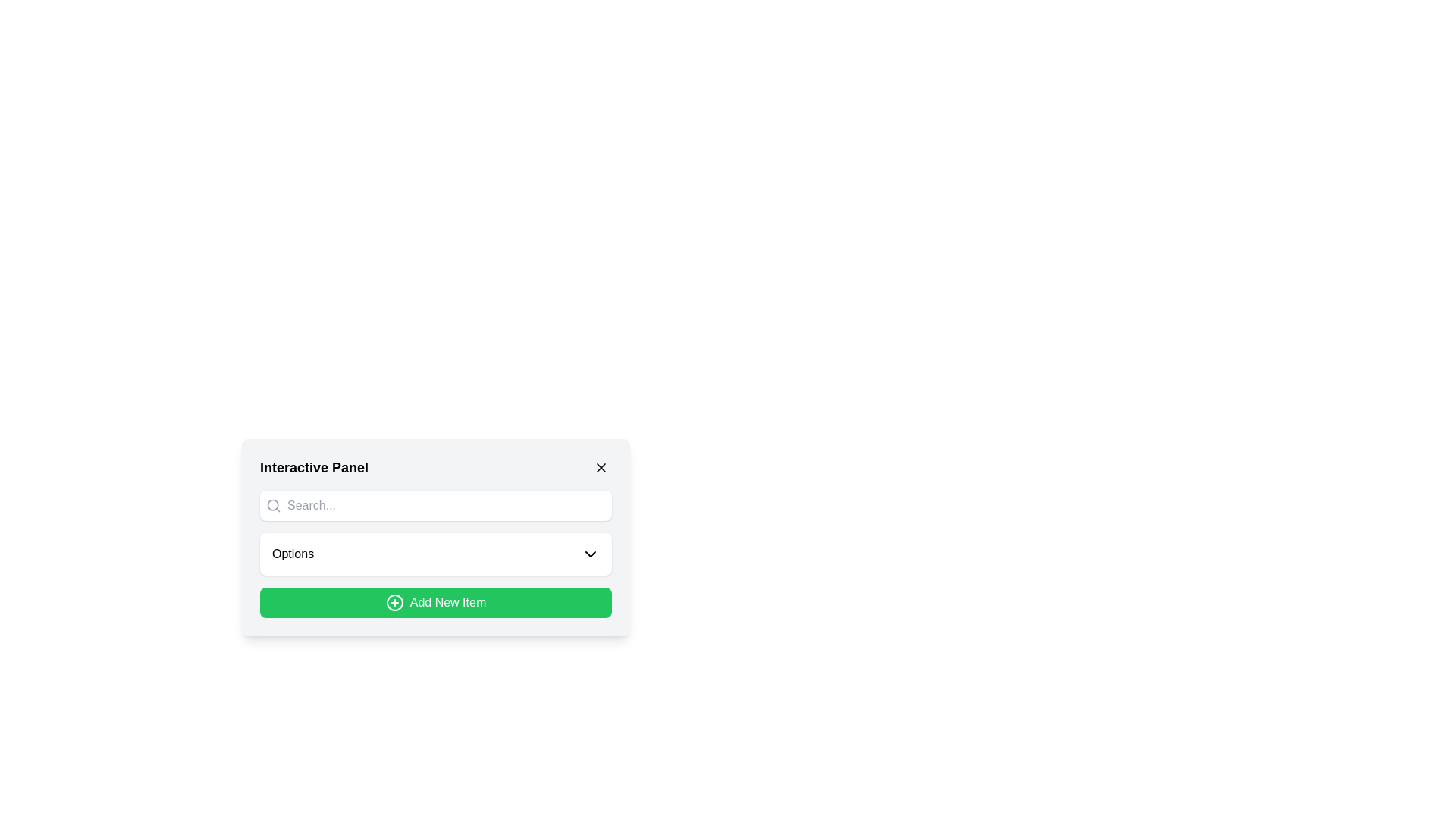 This screenshot has height=819, width=1456. I want to click on the dropdown menu trigger located in the Interactive Panel, so click(435, 554).